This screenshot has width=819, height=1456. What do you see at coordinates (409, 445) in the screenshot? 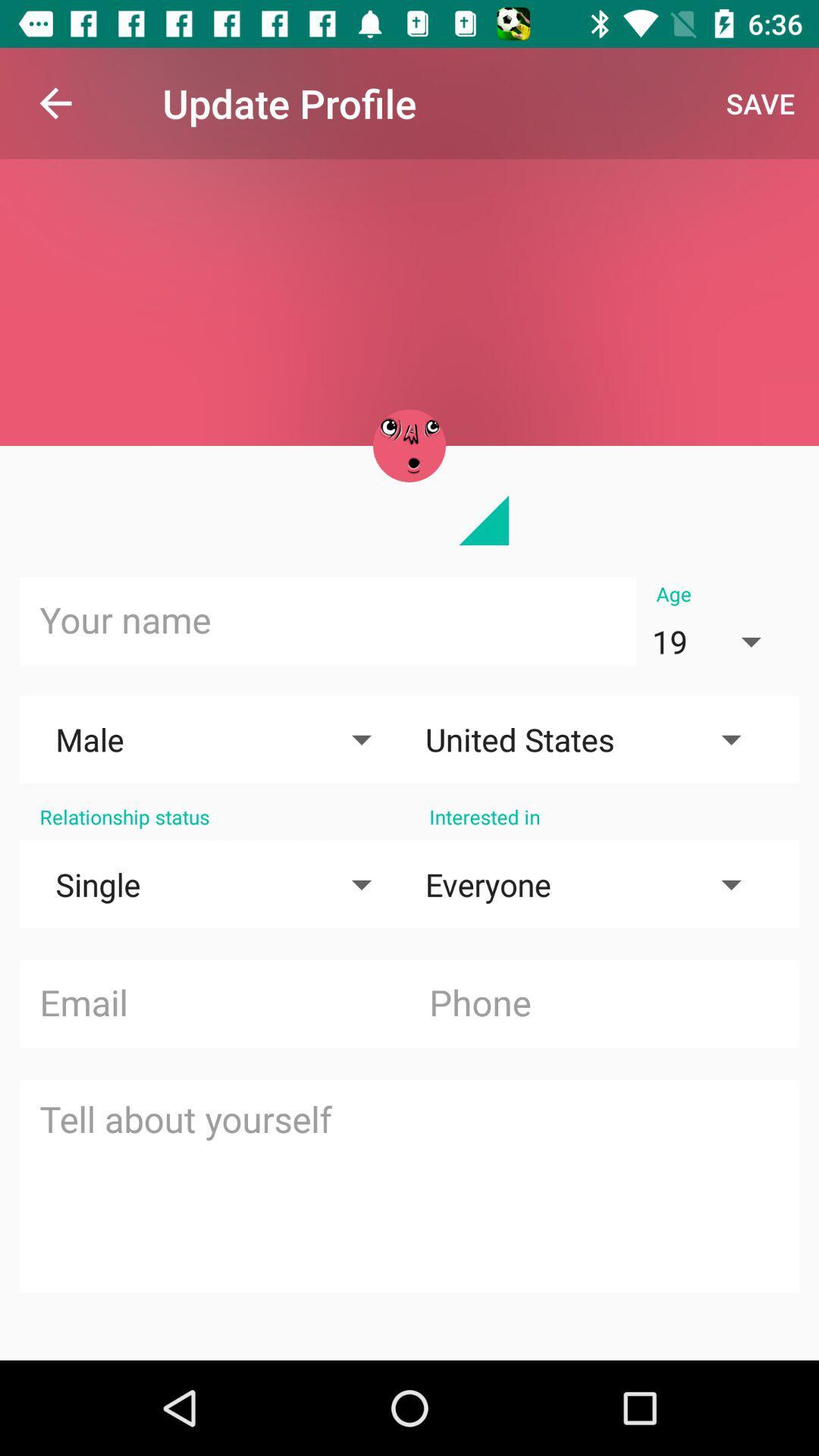
I see `profile image` at bounding box center [409, 445].